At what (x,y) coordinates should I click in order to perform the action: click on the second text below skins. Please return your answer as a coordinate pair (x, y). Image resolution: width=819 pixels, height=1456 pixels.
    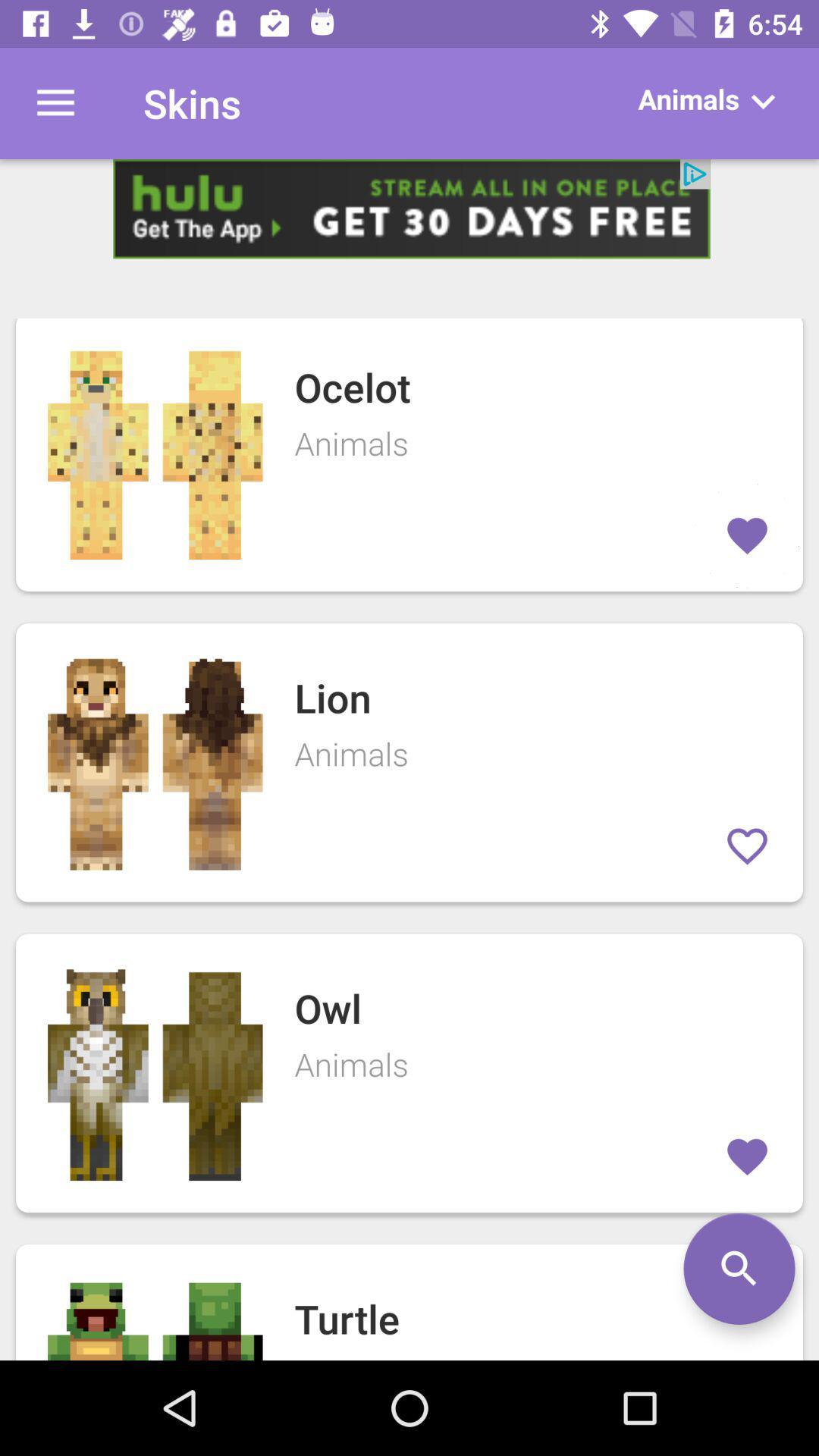
    Looking at the image, I should click on (409, 763).